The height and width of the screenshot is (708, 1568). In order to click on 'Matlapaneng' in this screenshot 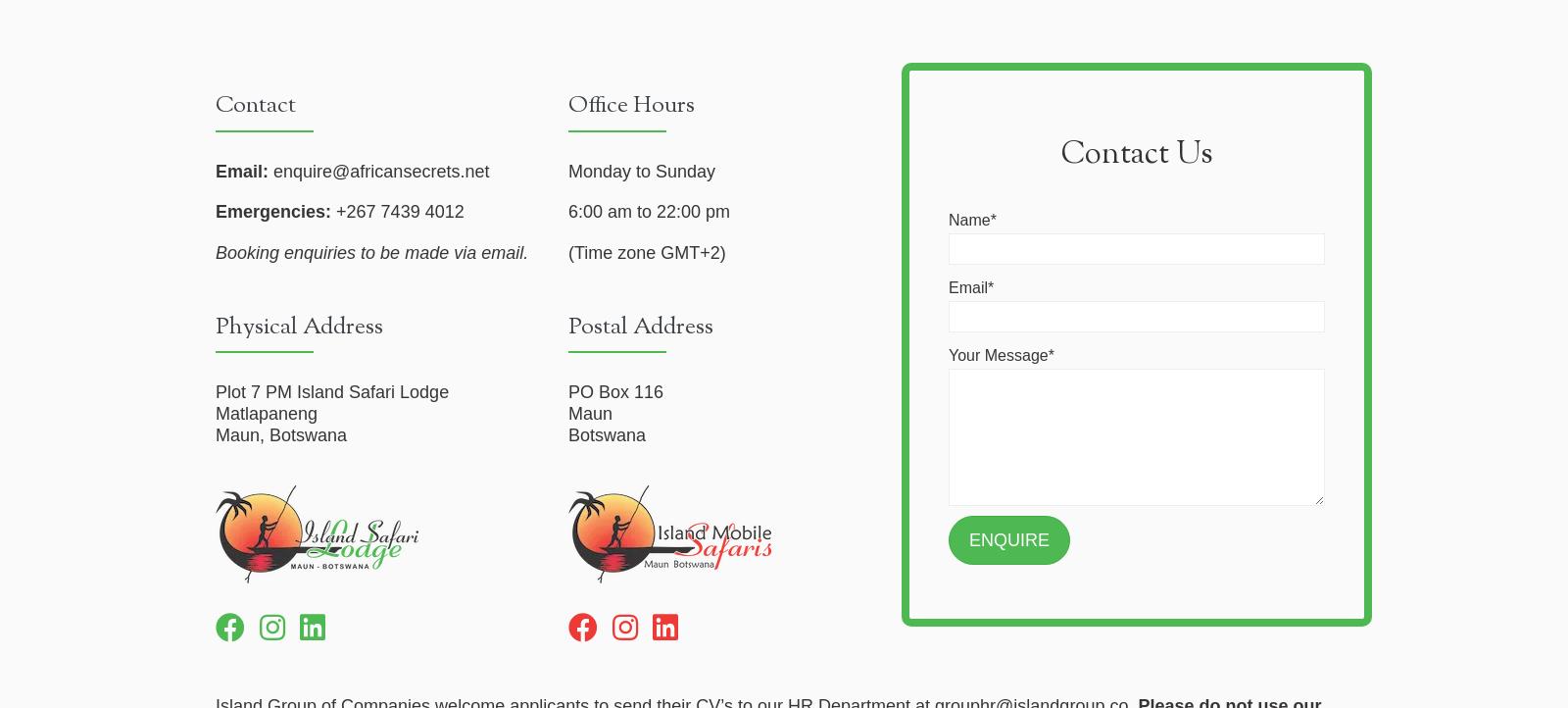, I will do `click(267, 412)`.